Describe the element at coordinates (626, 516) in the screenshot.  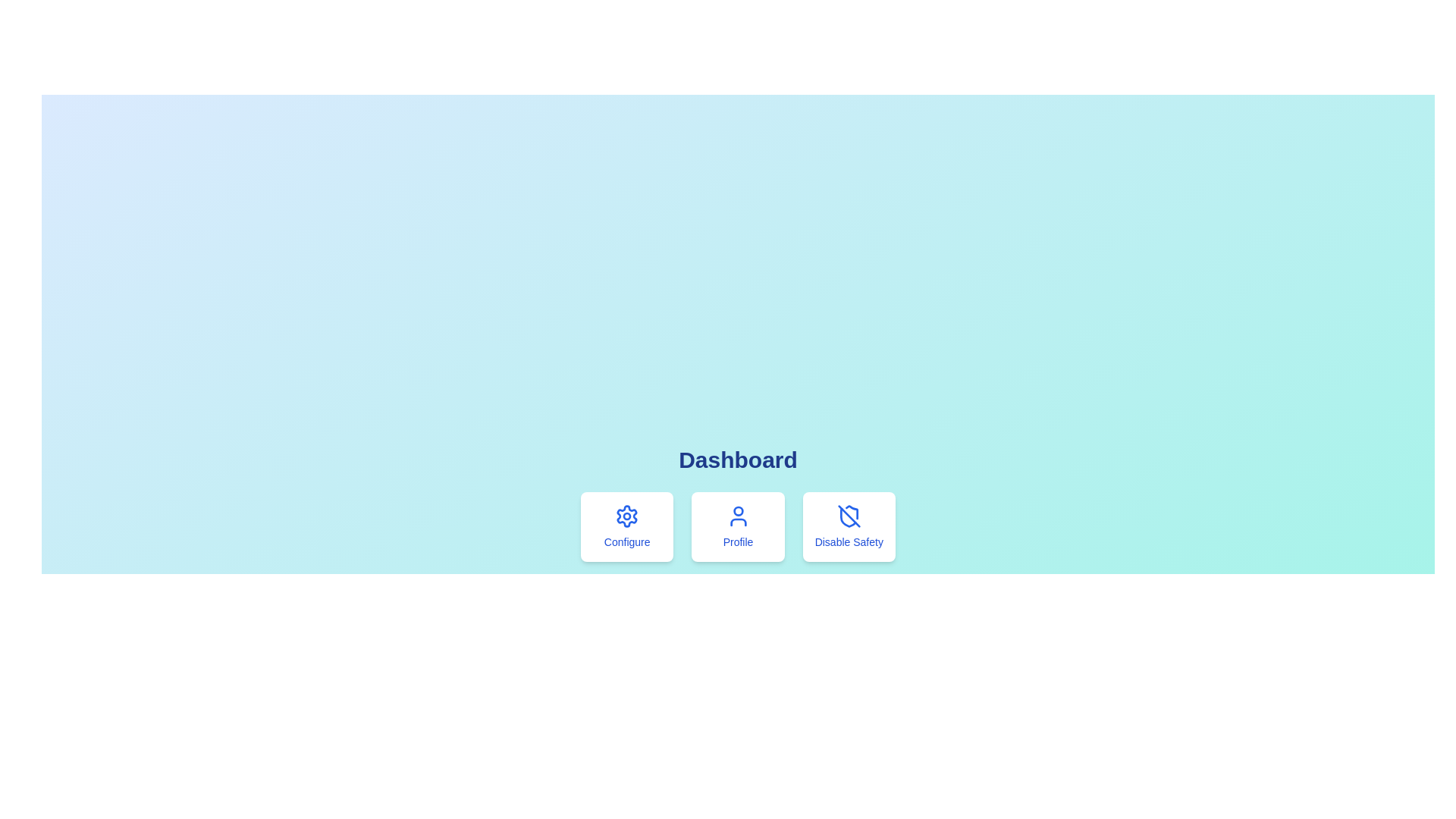
I see `the gear icon, styled in blue and located within the first rectangular card labeled 'Configure'` at that location.